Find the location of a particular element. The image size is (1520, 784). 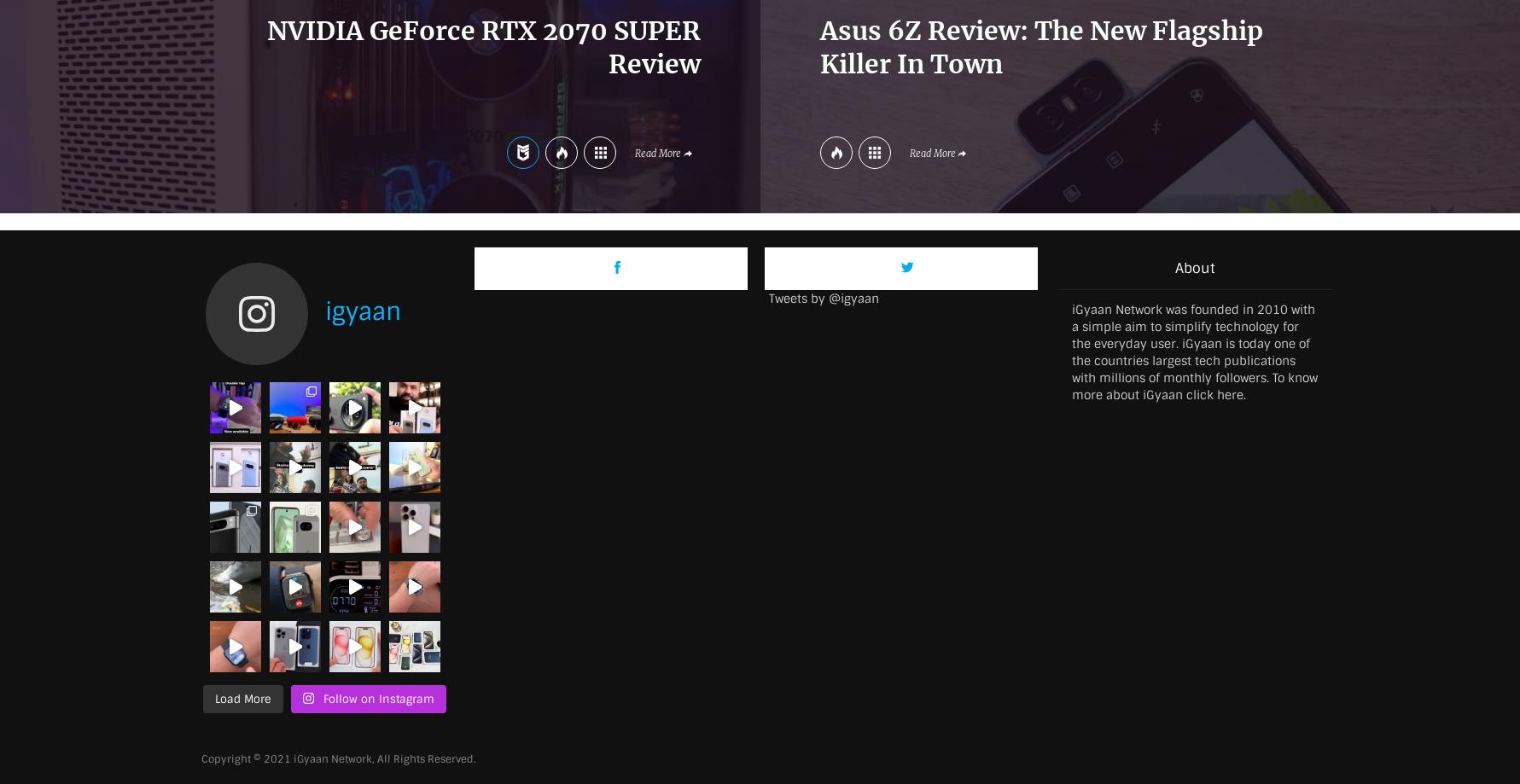

'iGyaan Network was founded in 2010 with a simple aim to simplify technology for the everyday user. iGyaan is today one of the countries largest tech publications with millions of monthly followers. To know more about iGyaan' is located at coordinates (1192, 351).